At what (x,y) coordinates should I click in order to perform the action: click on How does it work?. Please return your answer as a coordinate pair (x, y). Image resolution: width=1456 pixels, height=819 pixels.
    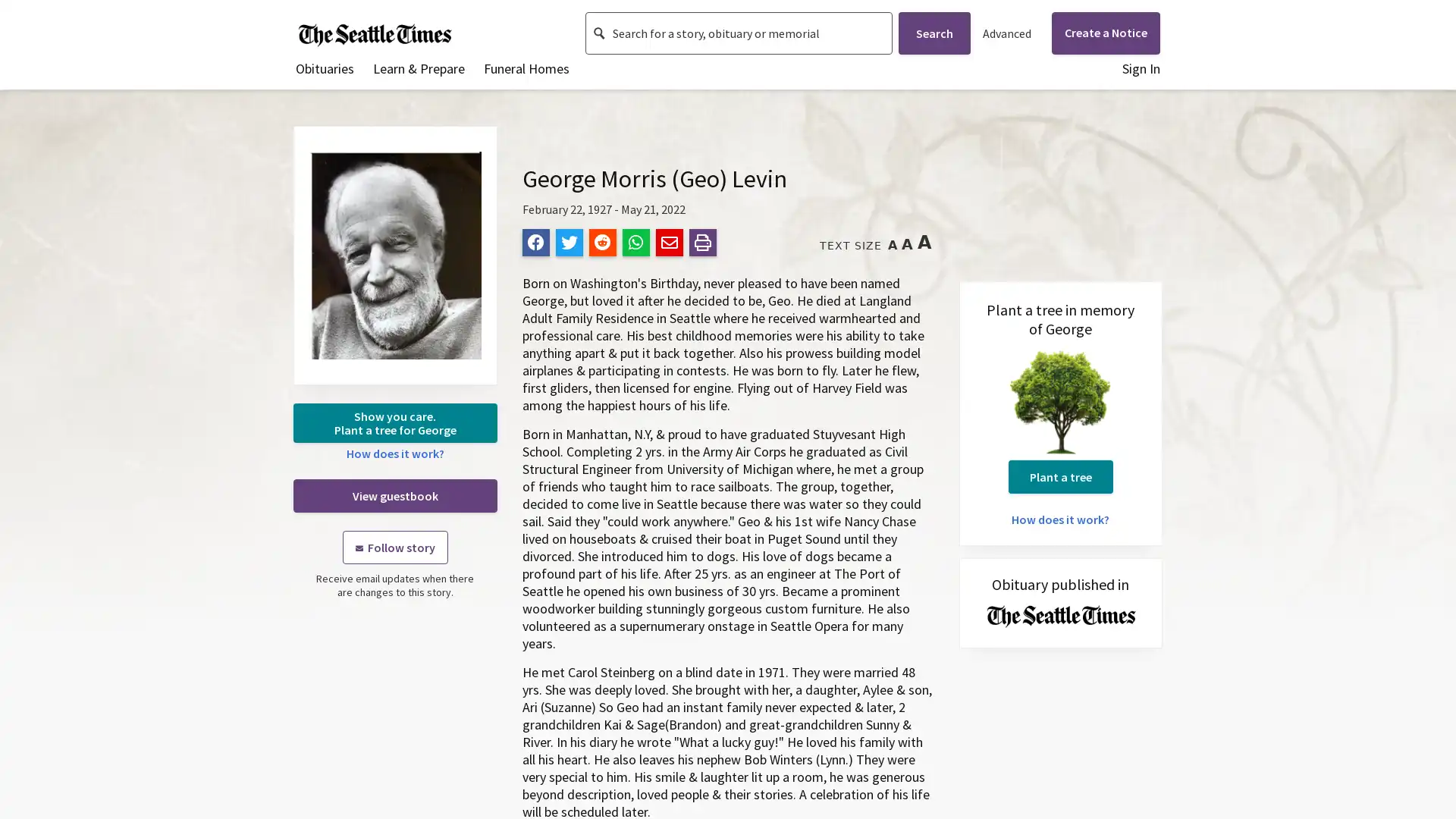
    Looking at the image, I should click on (394, 452).